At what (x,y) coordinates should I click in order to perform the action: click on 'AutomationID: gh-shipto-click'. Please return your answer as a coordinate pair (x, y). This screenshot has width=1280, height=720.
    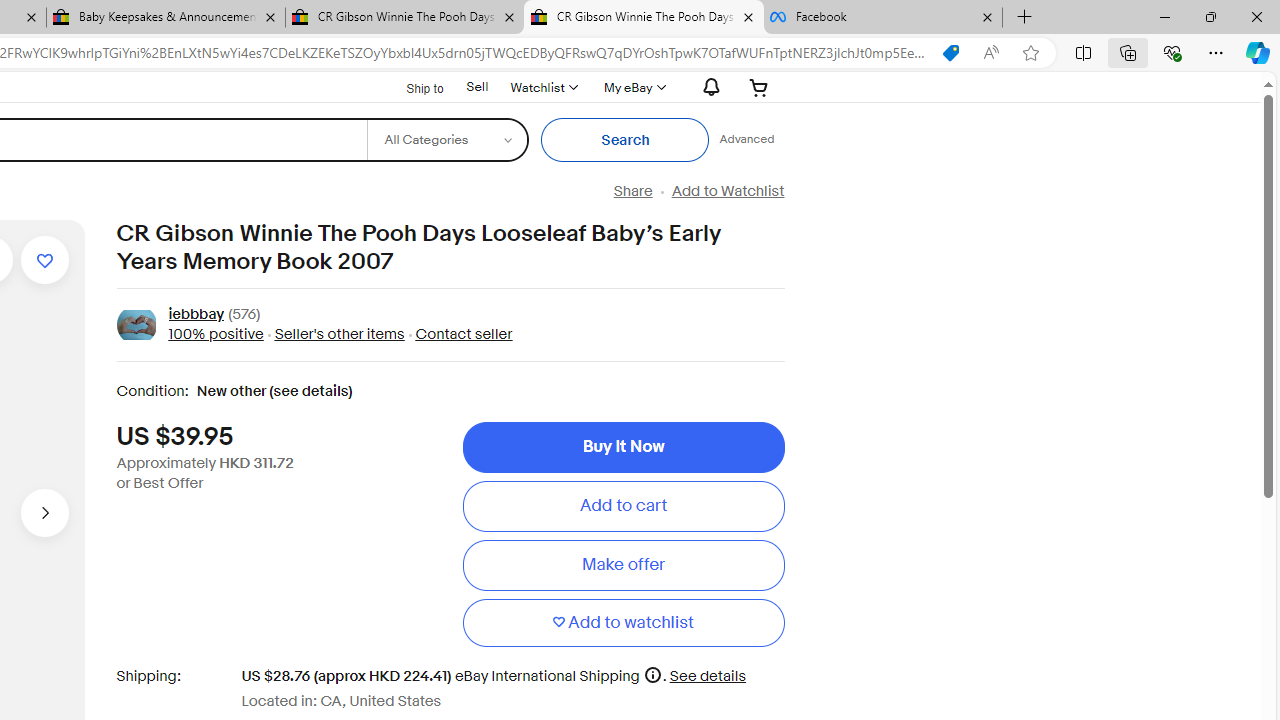
    Looking at the image, I should click on (411, 85).